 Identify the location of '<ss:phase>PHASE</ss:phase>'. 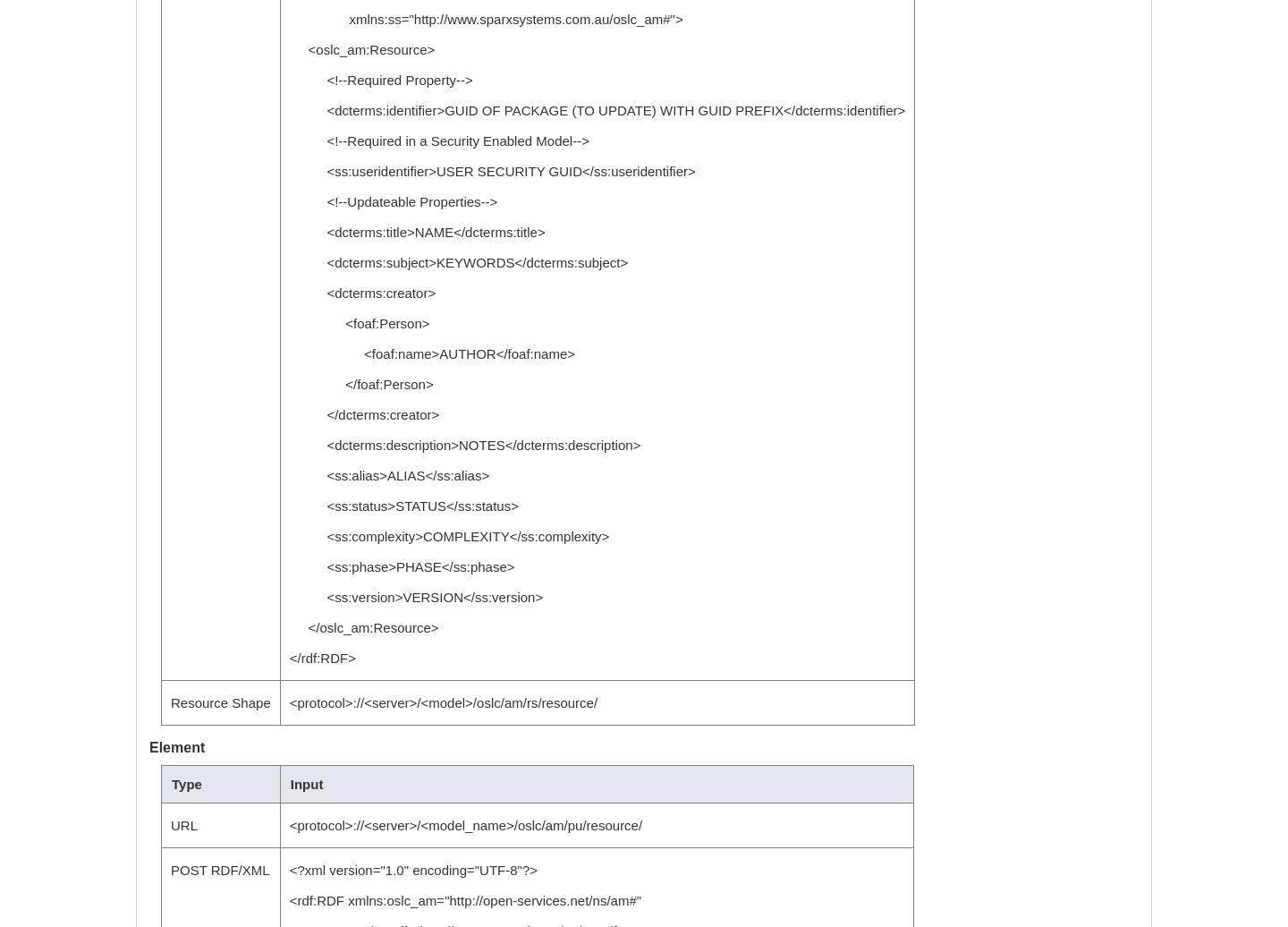
(401, 566).